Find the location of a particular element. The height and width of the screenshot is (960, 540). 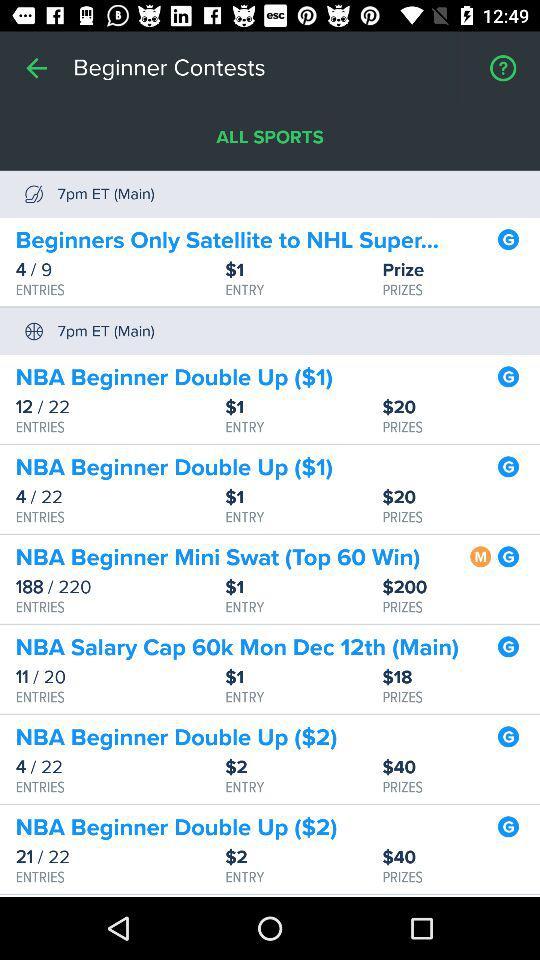

the prize icon is located at coordinates (461, 269).